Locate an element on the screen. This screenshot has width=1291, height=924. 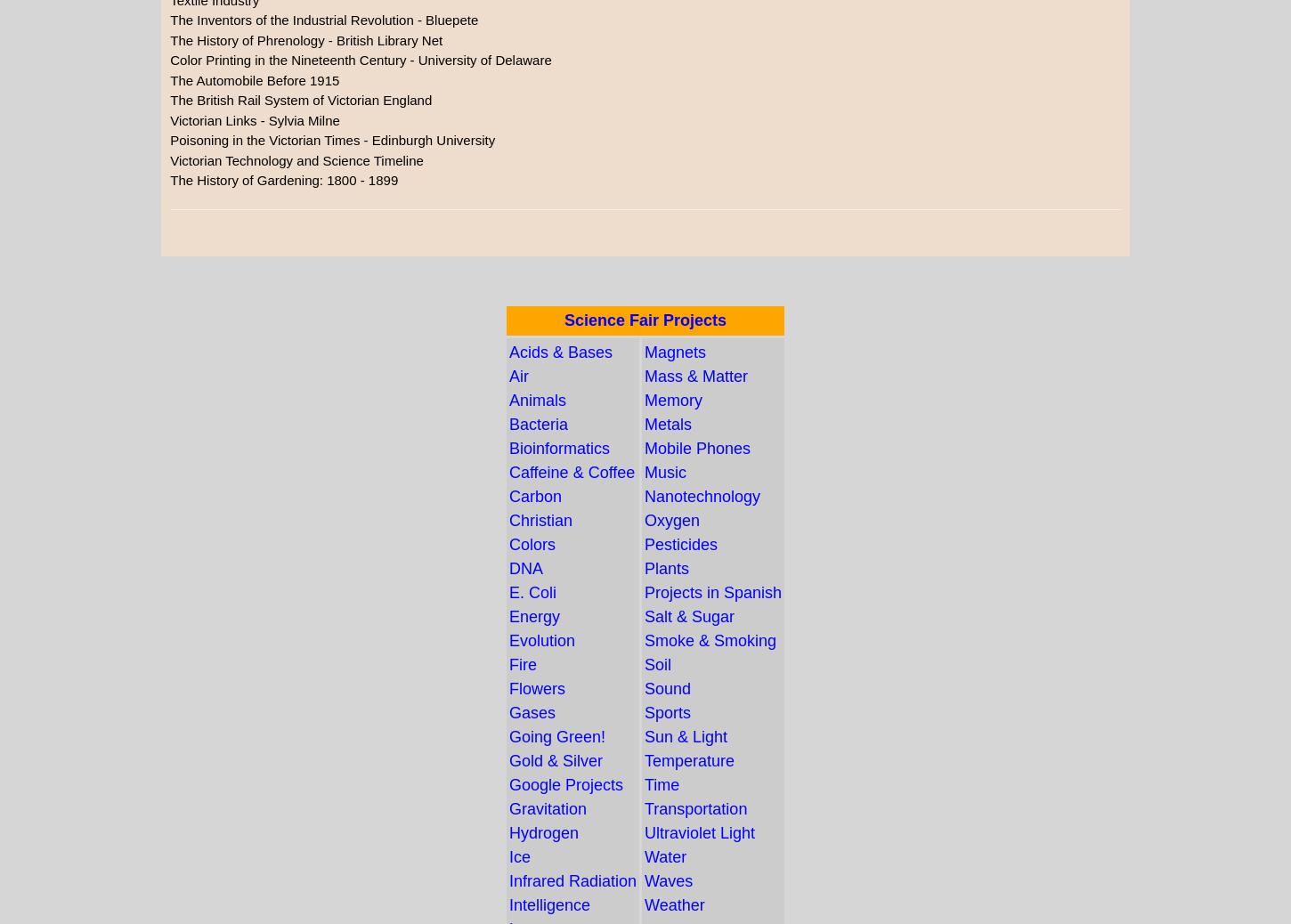
'Caffeine & Coffee' is located at coordinates (571, 471).